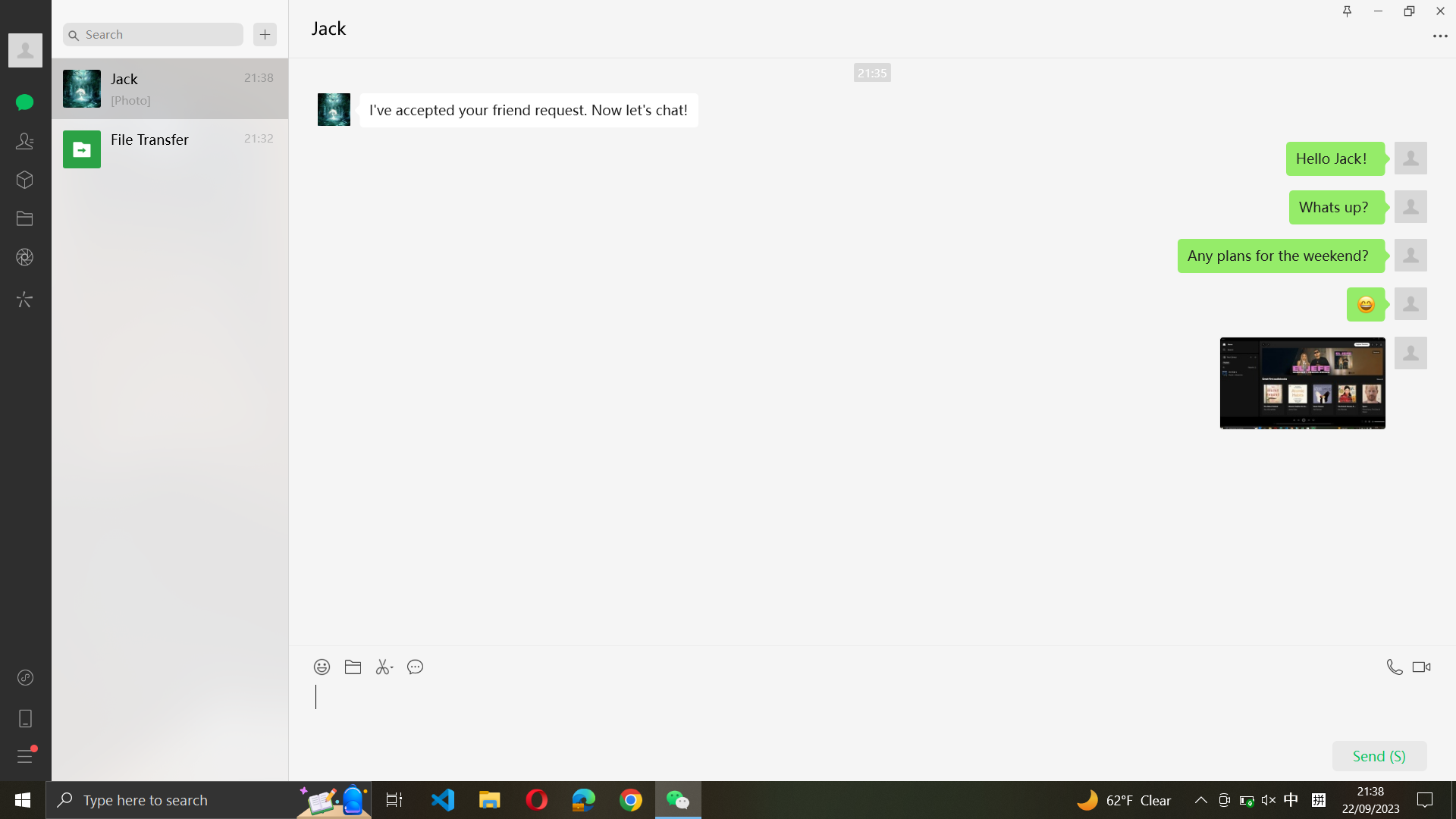  Describe the element at coordinates (1424, 663) in the screenshot. I see `a video conference with Jack` at that location.